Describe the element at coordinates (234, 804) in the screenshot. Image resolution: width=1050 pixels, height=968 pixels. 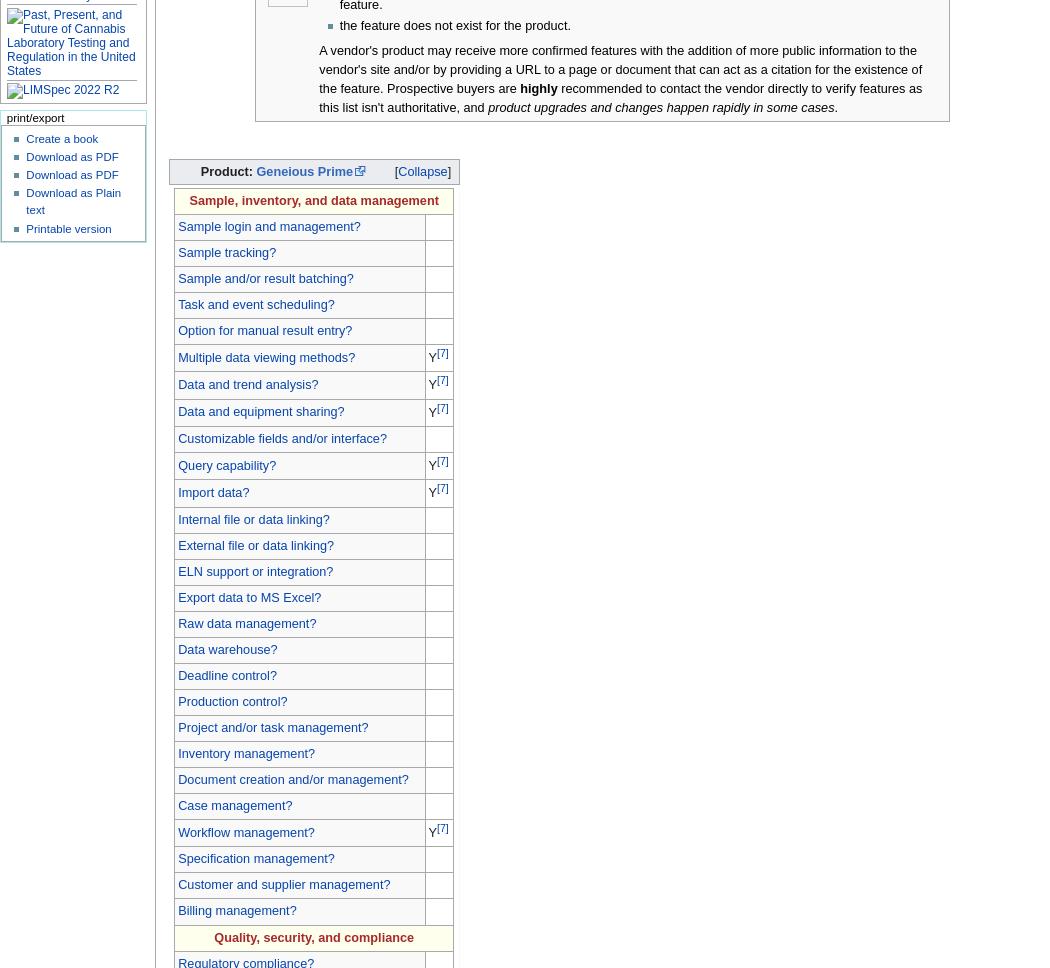
I see `'Case management?'` at that location.